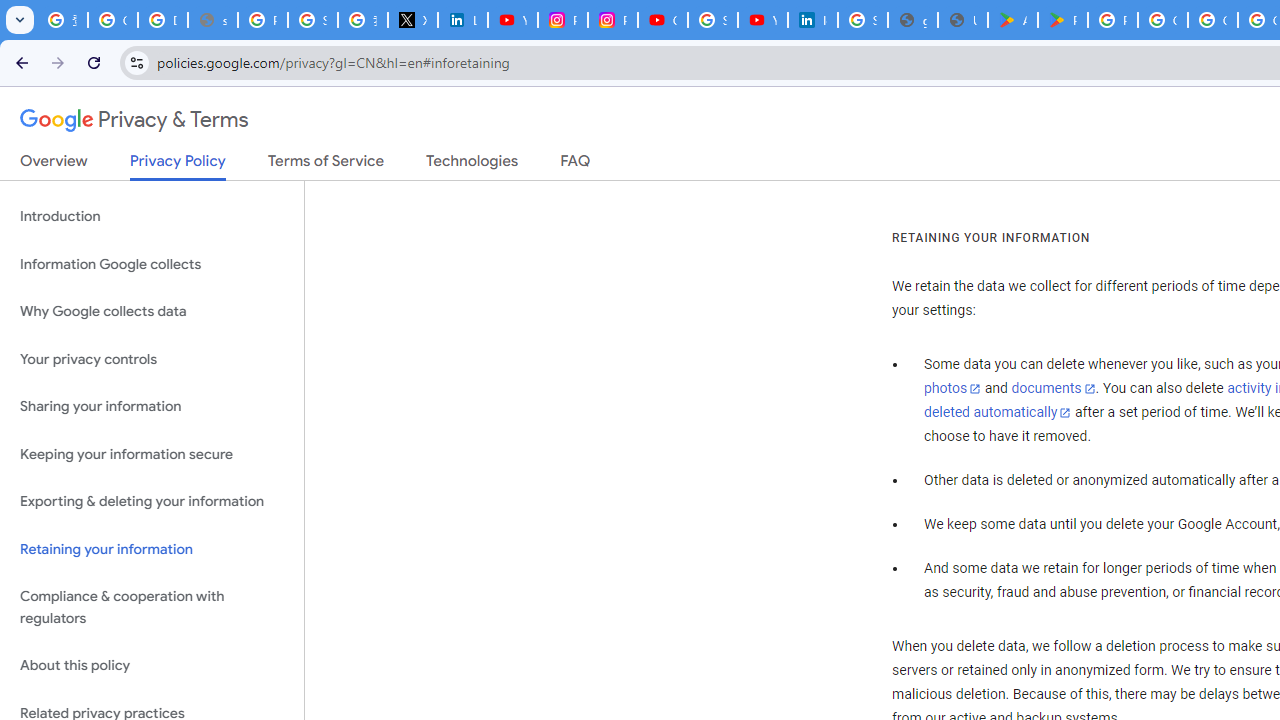 The height and width of the screenshot is (720, 1280). Describe the element at coordinates (1062, 20) in the screenshot. I see `'PAW Patrol Rescue World - Apps on Google Play'` at that location.